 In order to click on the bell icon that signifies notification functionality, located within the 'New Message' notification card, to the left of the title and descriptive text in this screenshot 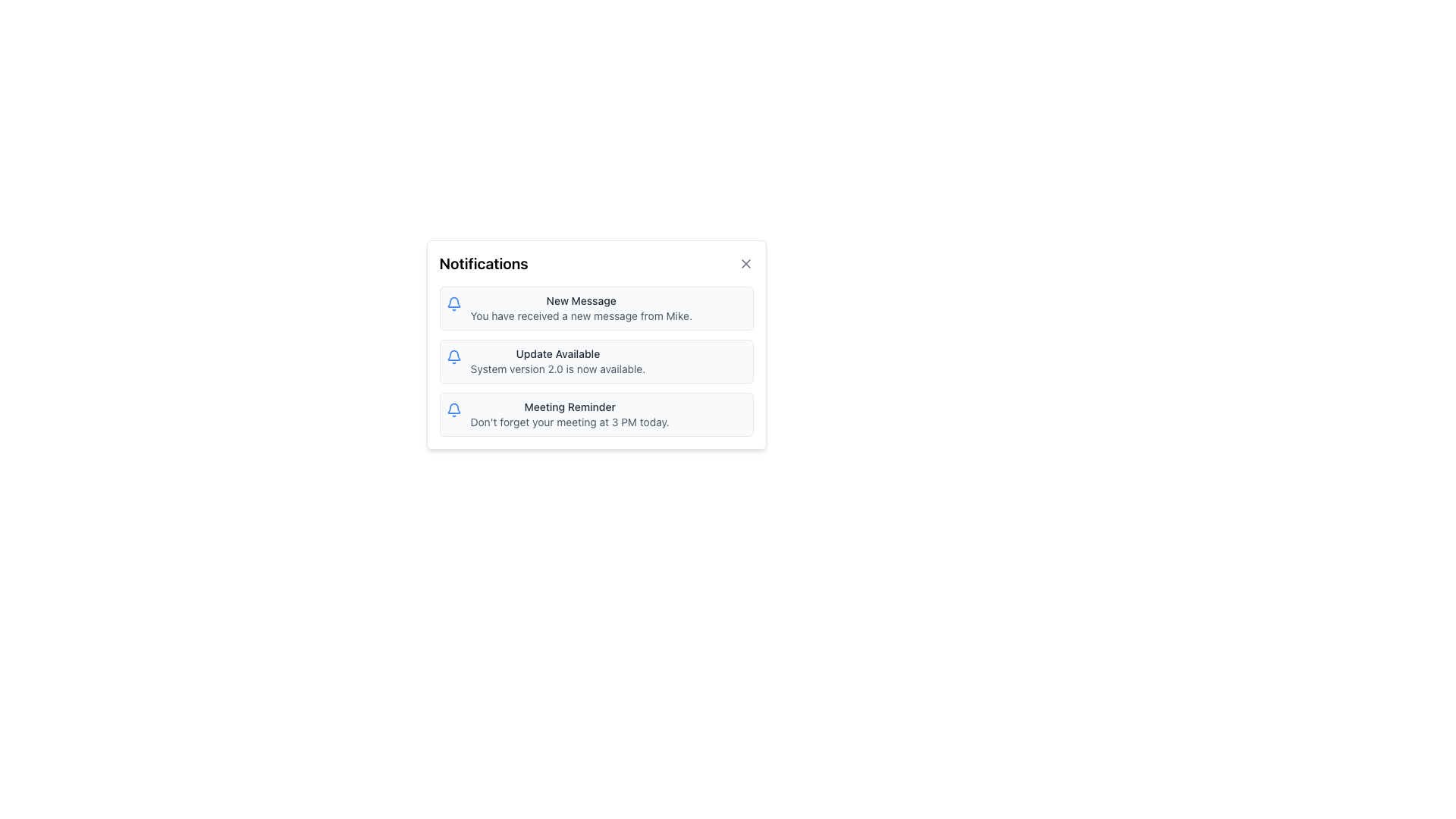, I will do `click(453, 304)`.